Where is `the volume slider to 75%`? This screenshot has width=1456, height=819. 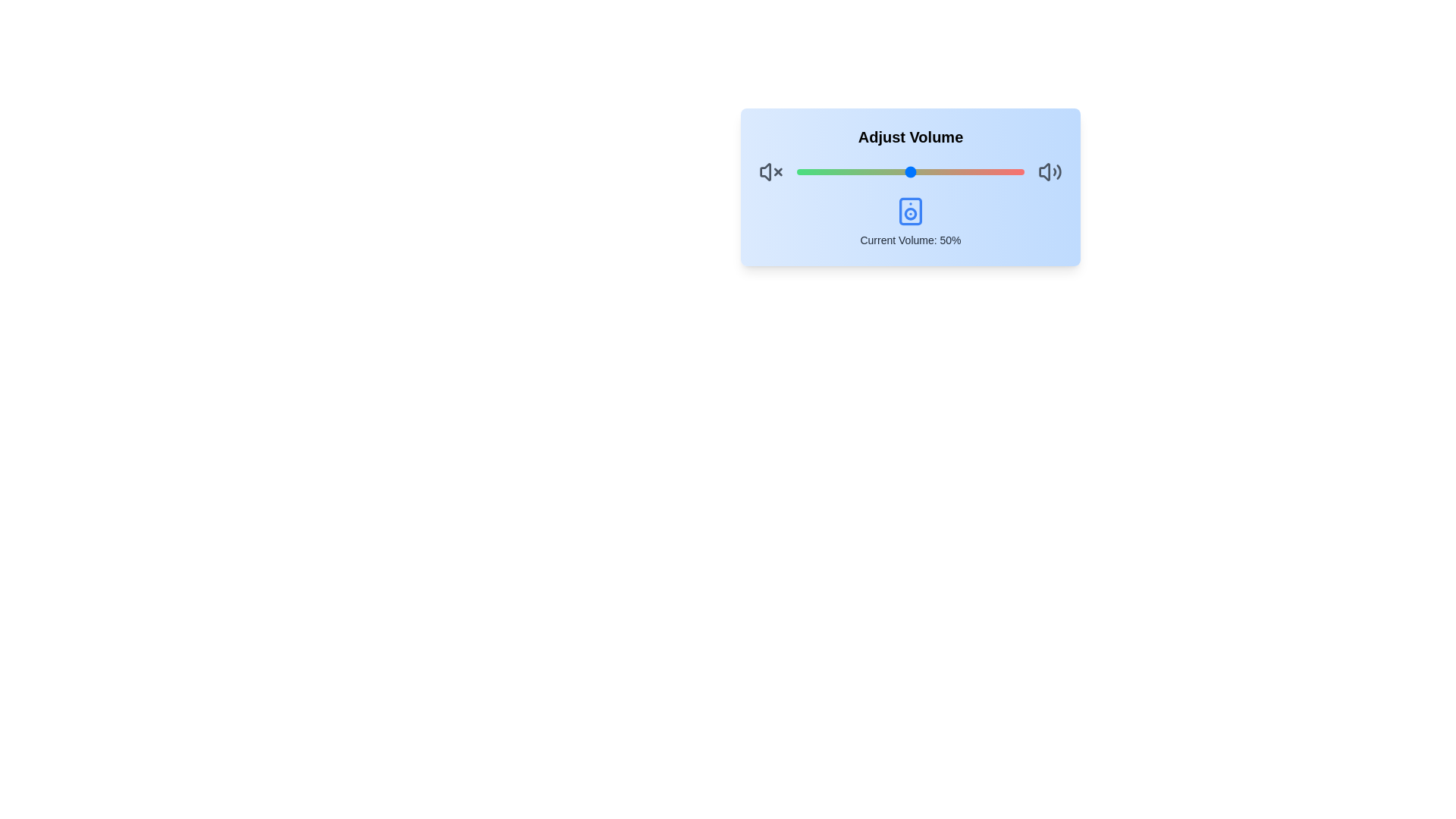 the volume slider to 75% is located at coordinates (967, 171).